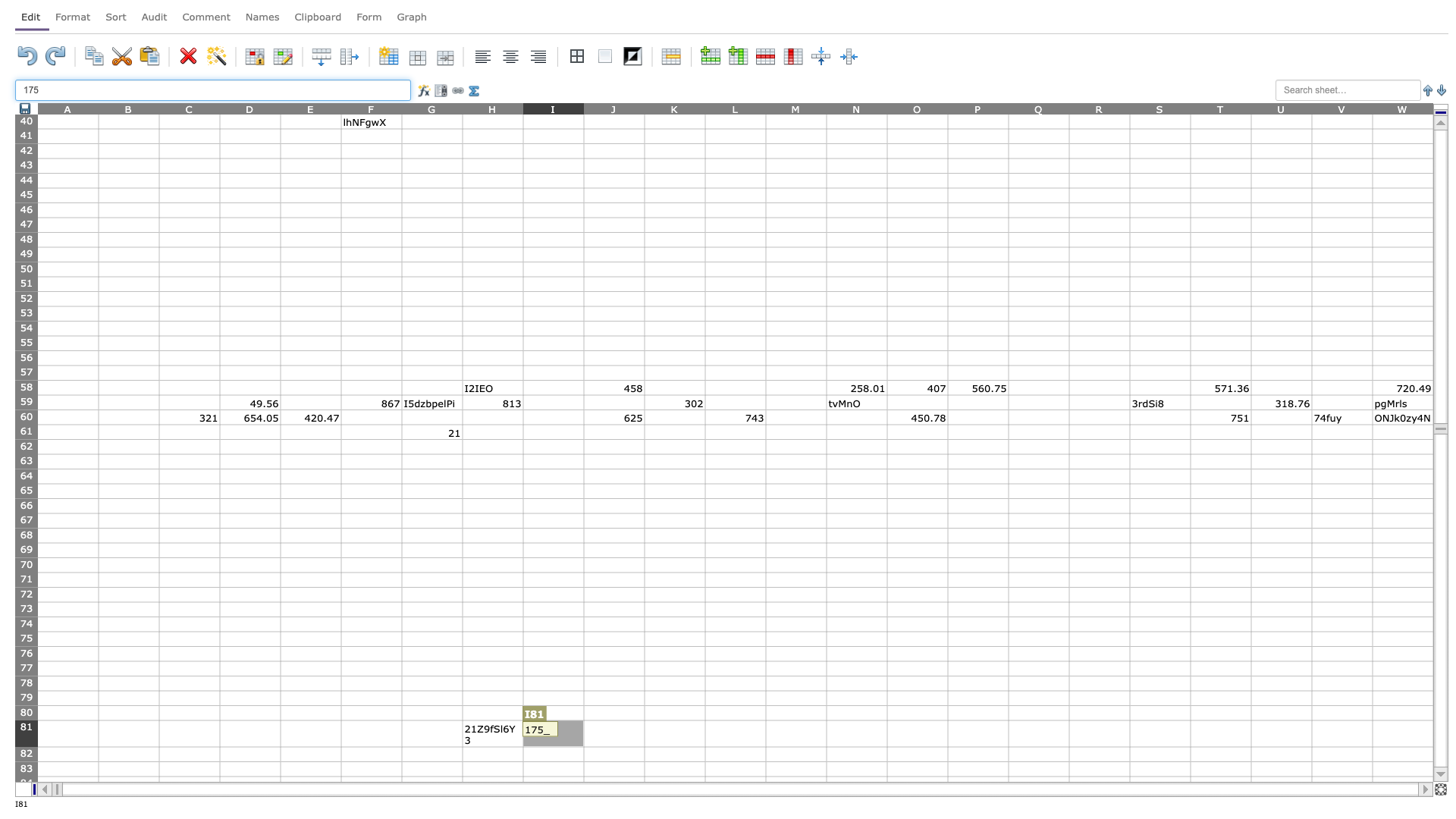 The width and height of the screenshot is (1456, 819). What do you see at coordinates (644, 733) in the screenshot?
I see `Right boundary of cell J81` at bounding box center [644, 733].